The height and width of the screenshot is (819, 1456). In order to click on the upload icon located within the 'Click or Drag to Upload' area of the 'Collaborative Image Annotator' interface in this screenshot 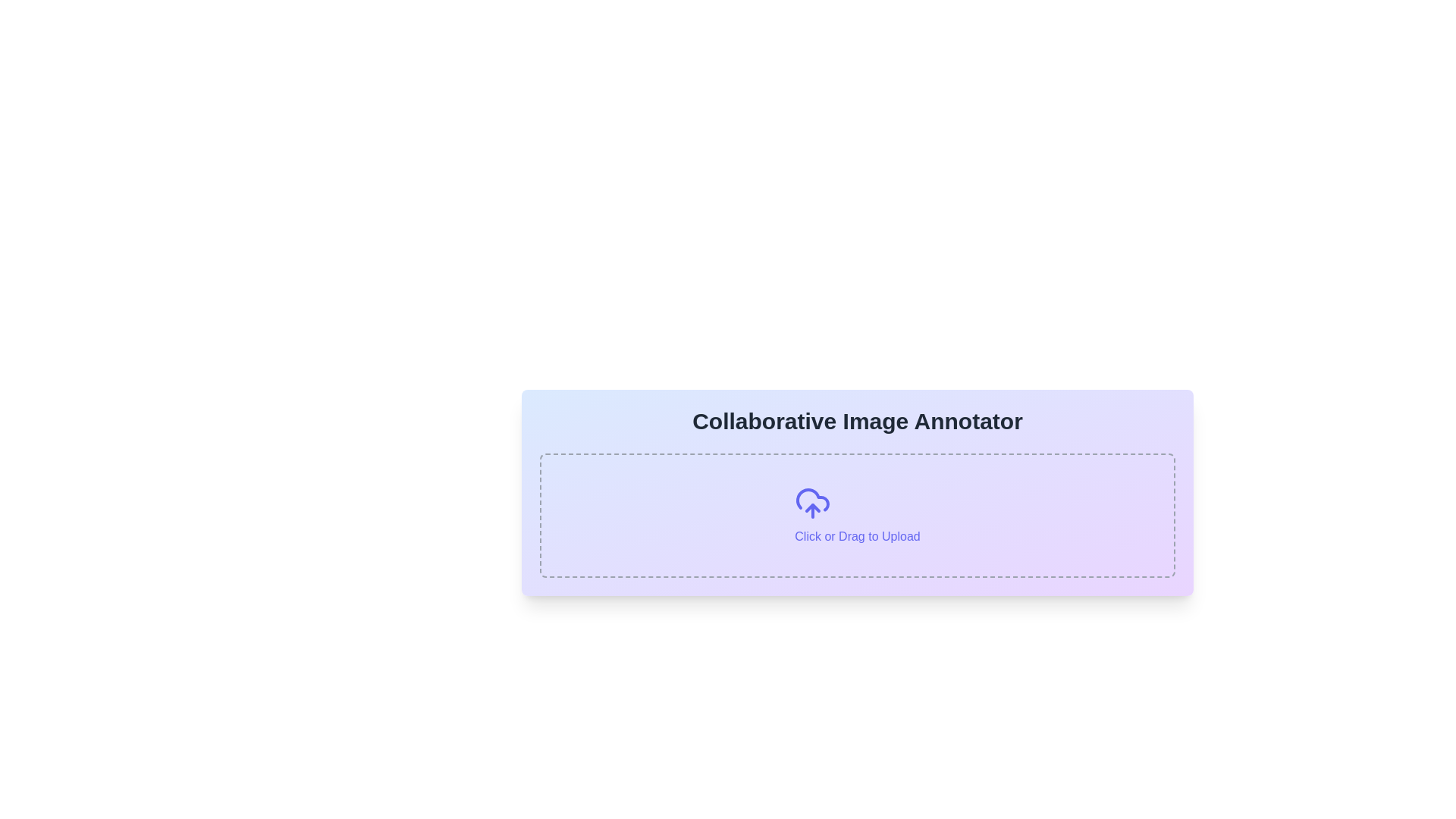, I will do `click(812, 503)`.